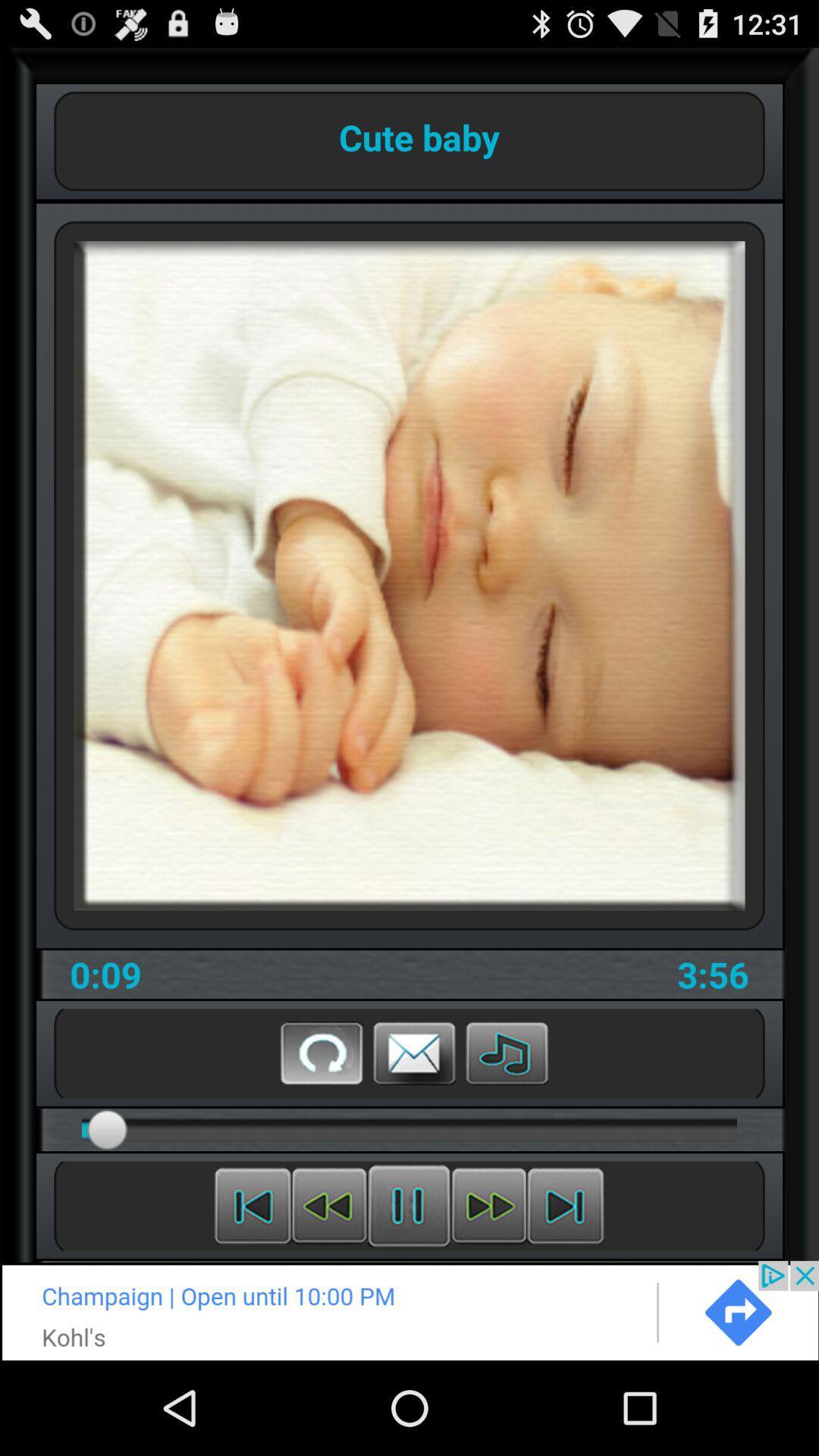 This screenshot has height=1456, width=819. What do you see at coordinates (408, 1290) in the screenshot?
I see `the sliders icon` at bounding box center [408, 1290].